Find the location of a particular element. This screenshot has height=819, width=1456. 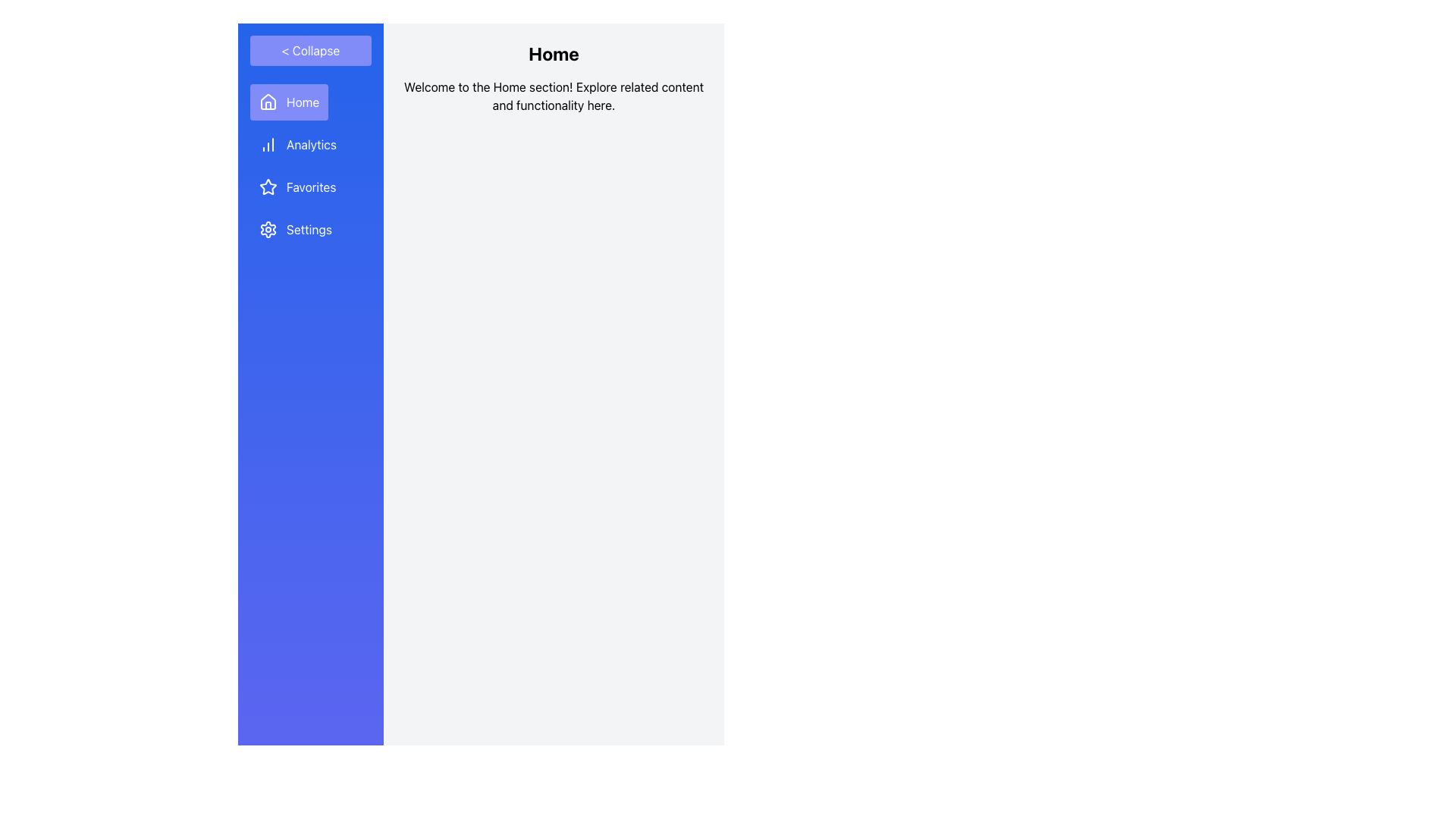

the 'Favorites' icon located in the sidebar menu is located at coordinates (268, 186).